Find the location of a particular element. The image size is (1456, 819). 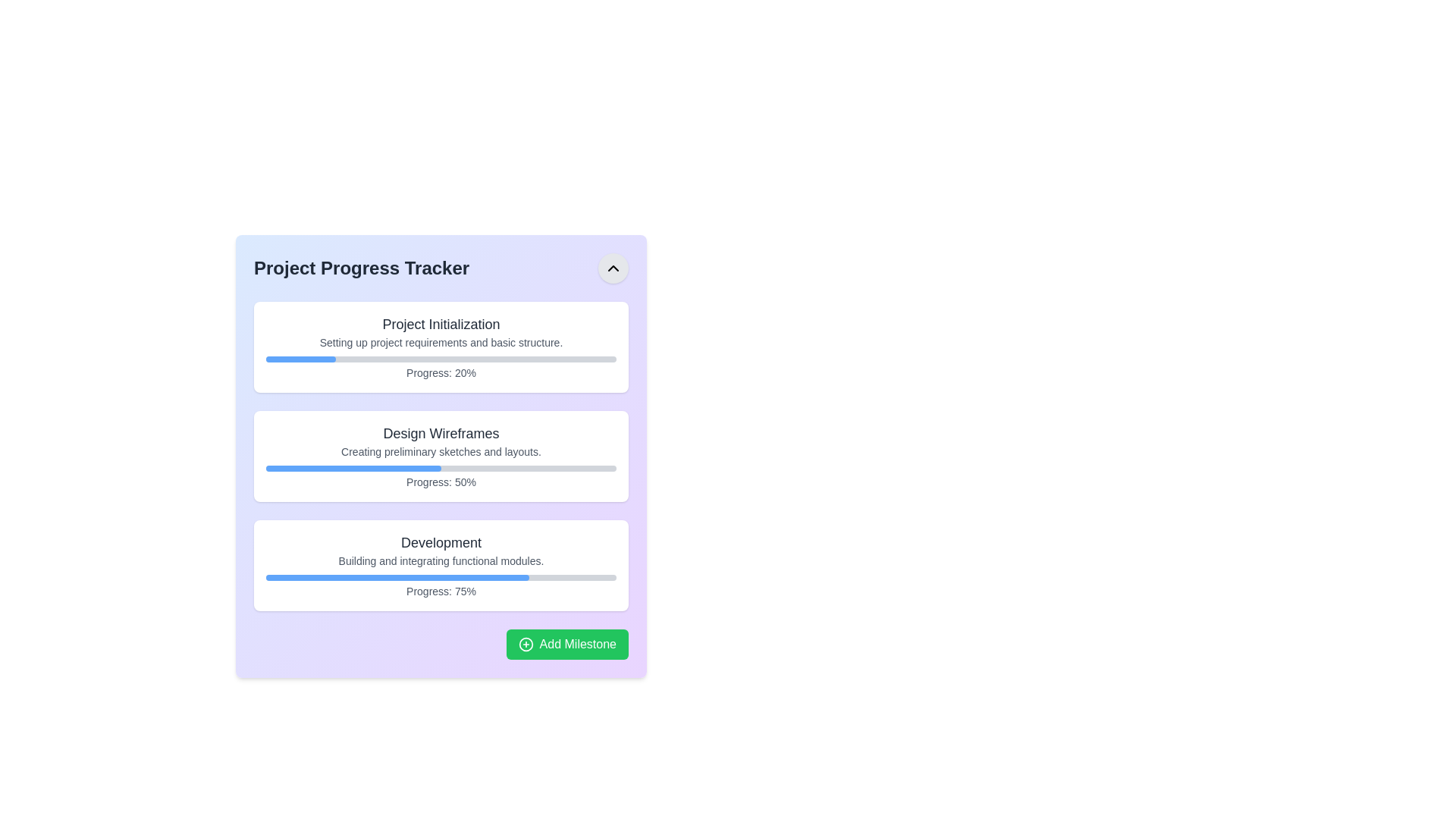

the static text label displaying 'Building and integrating functional modules.' which is located below the header 'Development' and above the progress bar is located at coordinates (440, 561).